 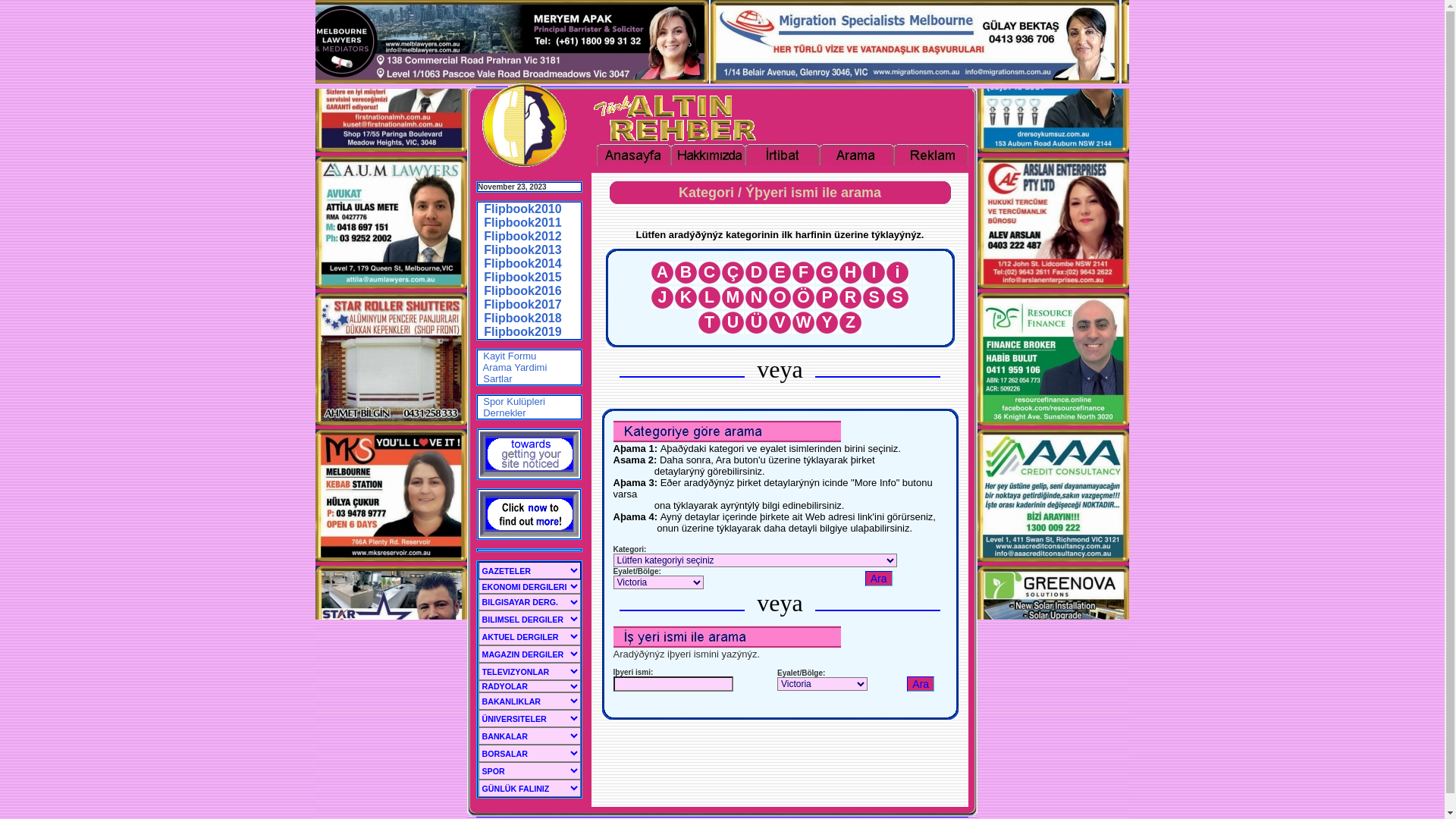 I want to click on 'H', so click(x=843, y=275).